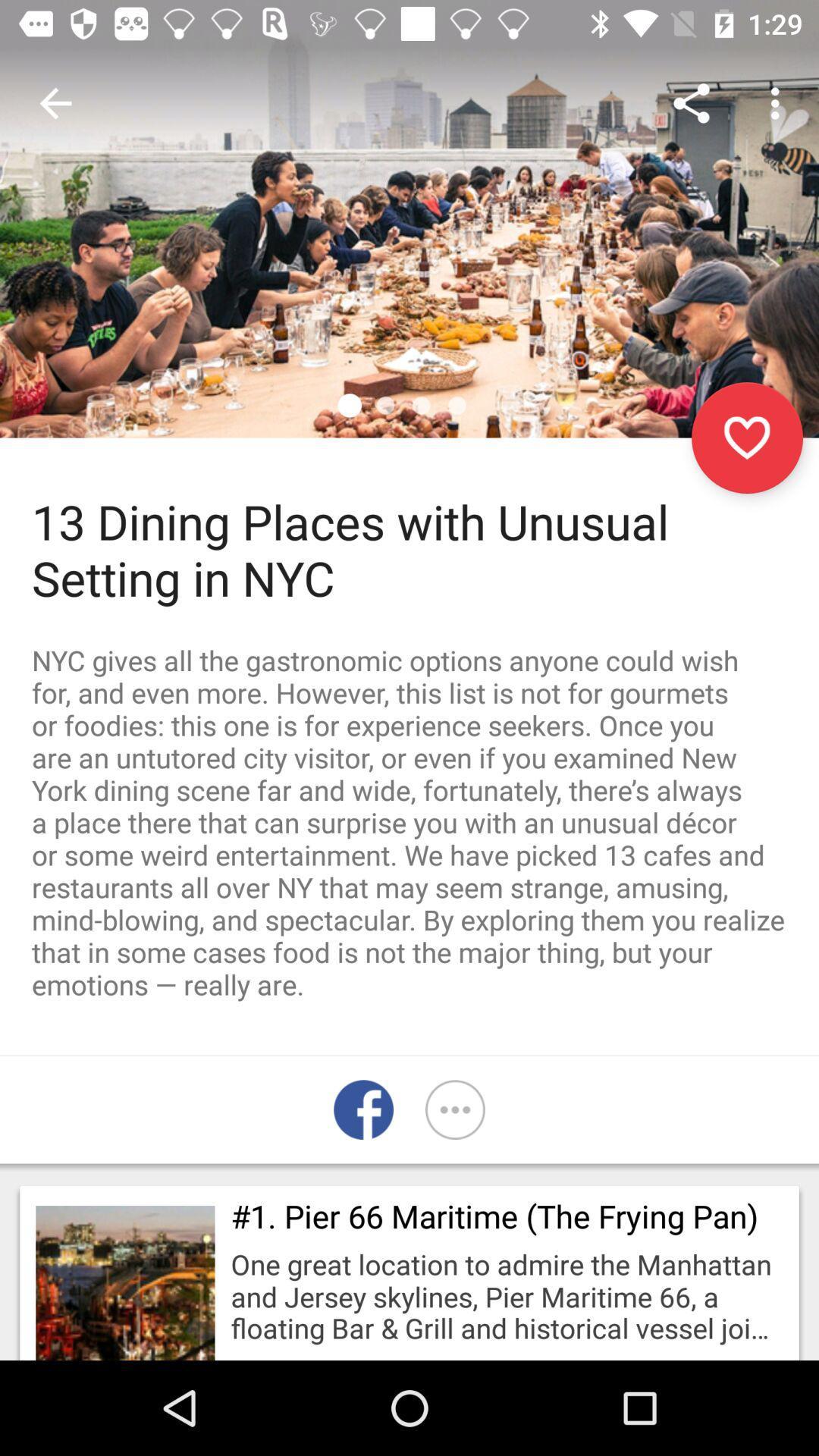 Image resolution: width=819 pixels, height=1456 pixels. I want to click on the more icon, so click(454, 1109).